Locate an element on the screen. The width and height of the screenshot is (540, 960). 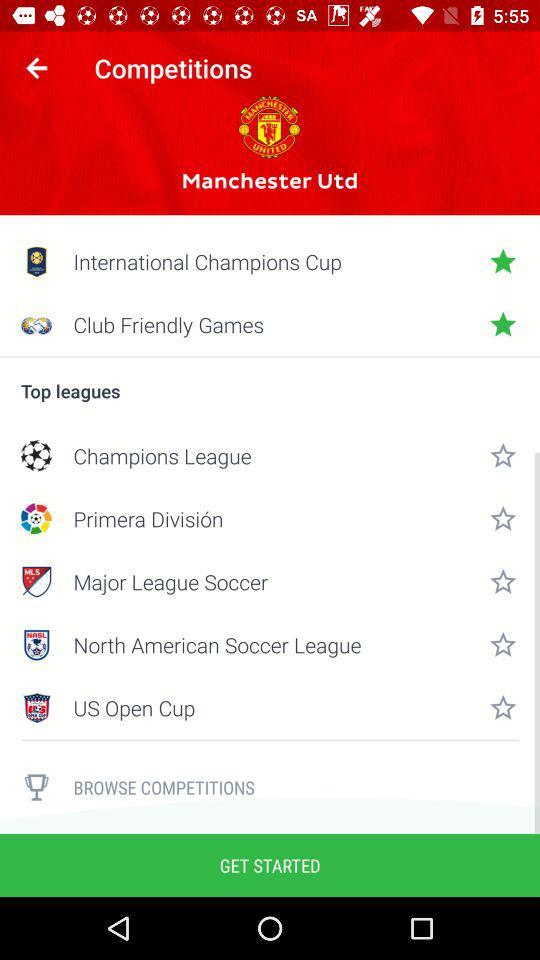
the icon below north american soccer item is located at coordinates (270, 708).